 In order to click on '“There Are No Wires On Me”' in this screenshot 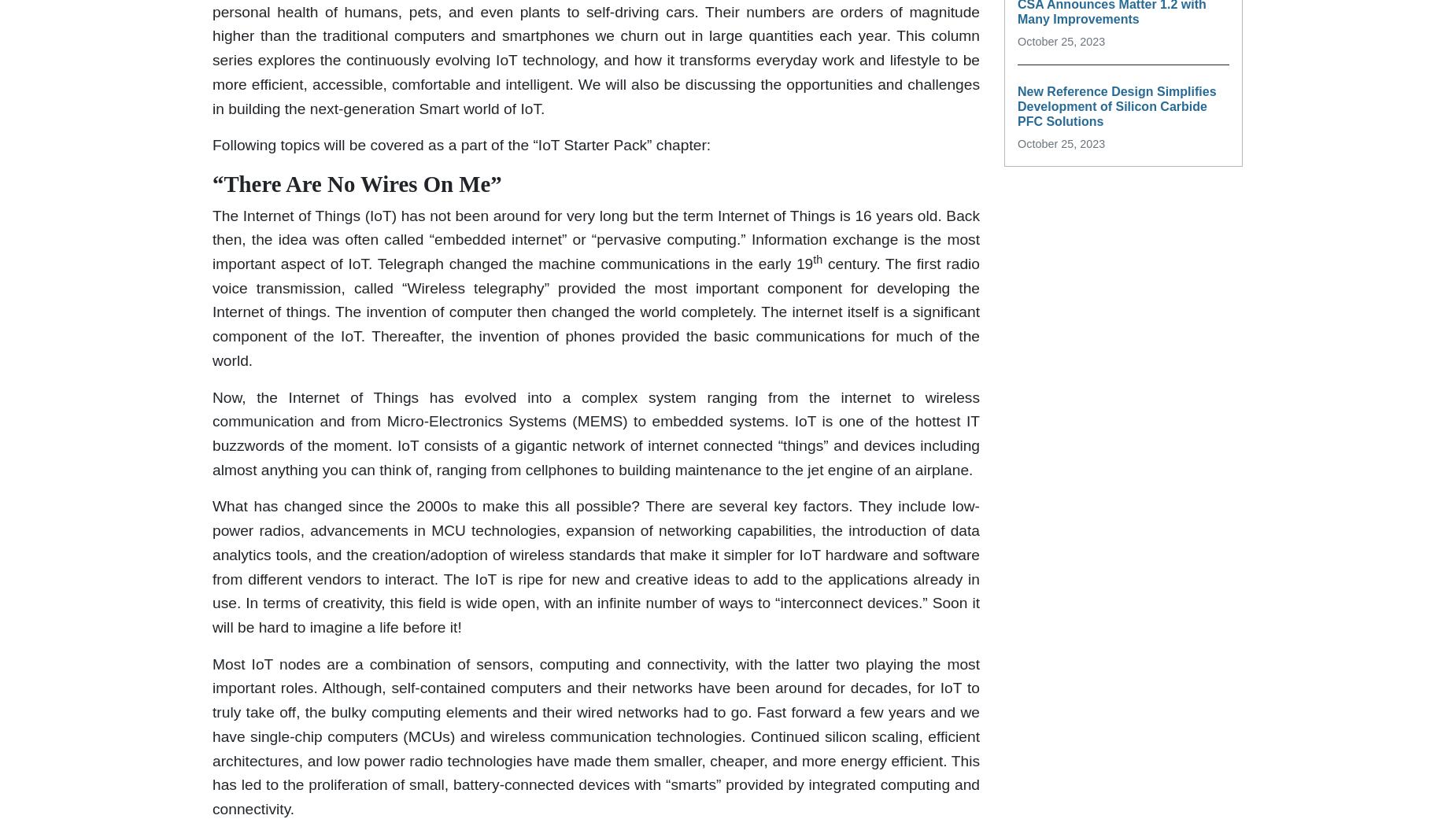, I will do `click(356, 183)`.